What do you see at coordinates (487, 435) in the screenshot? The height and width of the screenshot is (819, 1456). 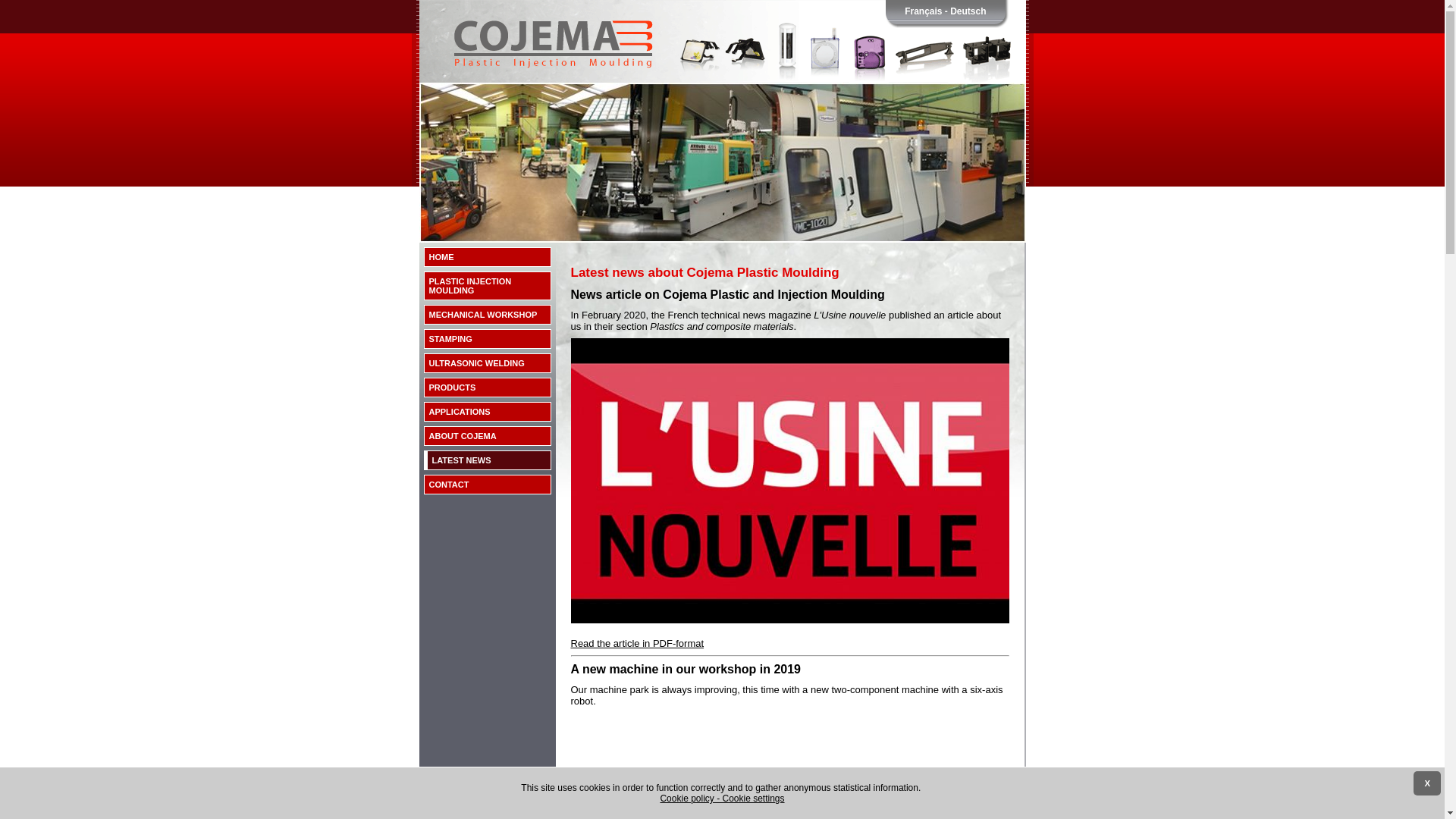 I see `'ABOUT COJEMA'` at bounding box center [487, 435].